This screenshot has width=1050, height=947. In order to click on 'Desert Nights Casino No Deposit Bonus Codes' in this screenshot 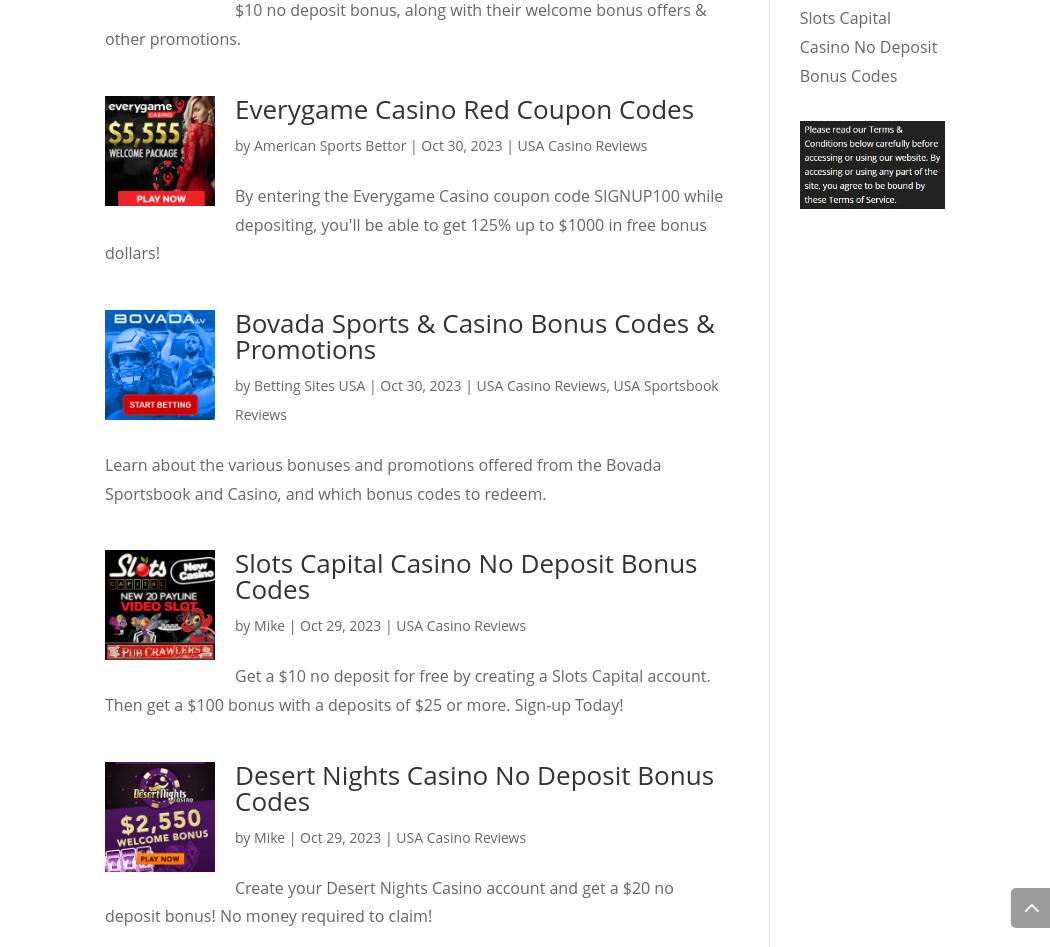, I will do `click(474, 786)`.